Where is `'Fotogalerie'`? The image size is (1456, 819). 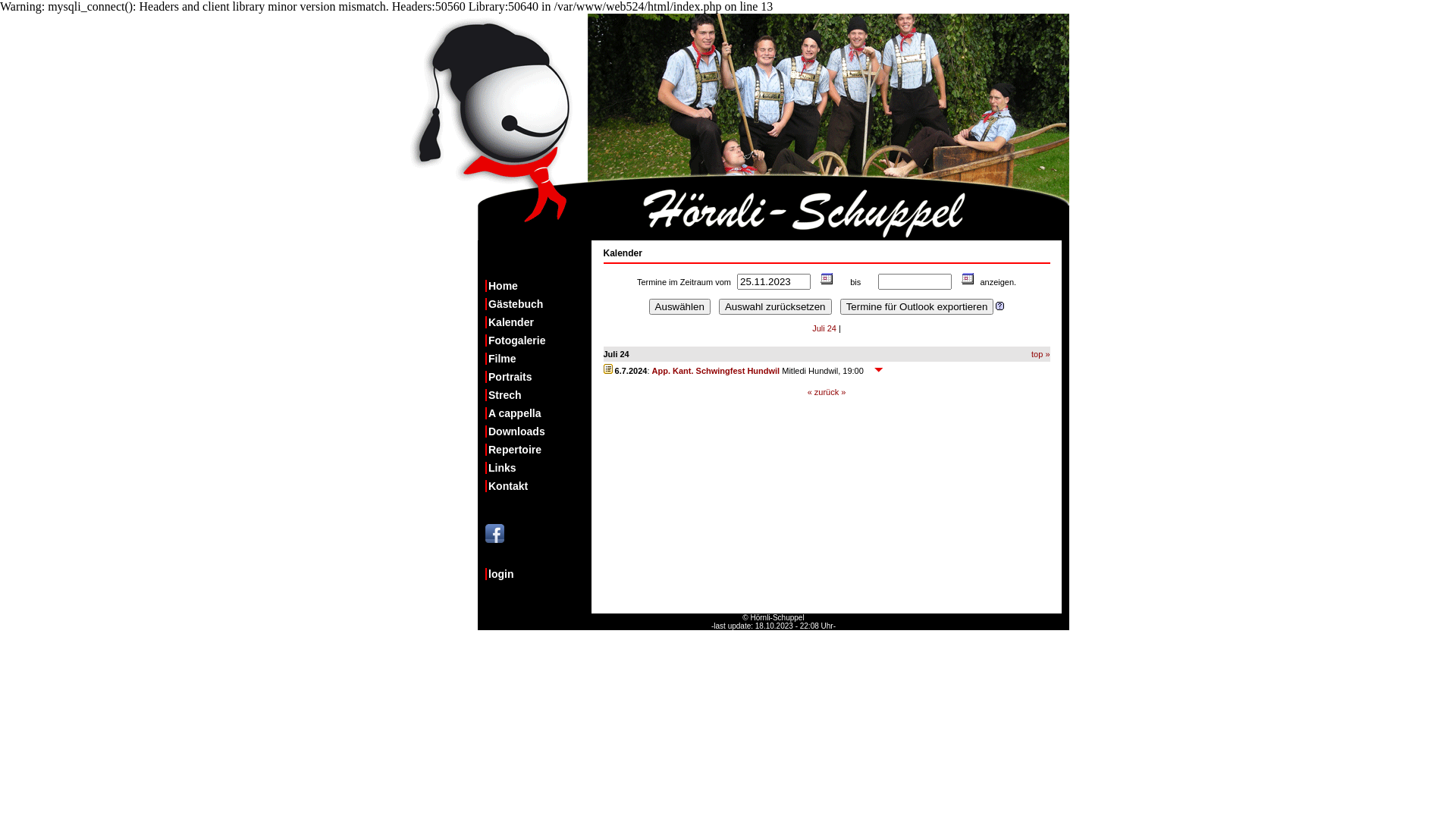 'Fotogalerie' is located at coordinates (538, 339).